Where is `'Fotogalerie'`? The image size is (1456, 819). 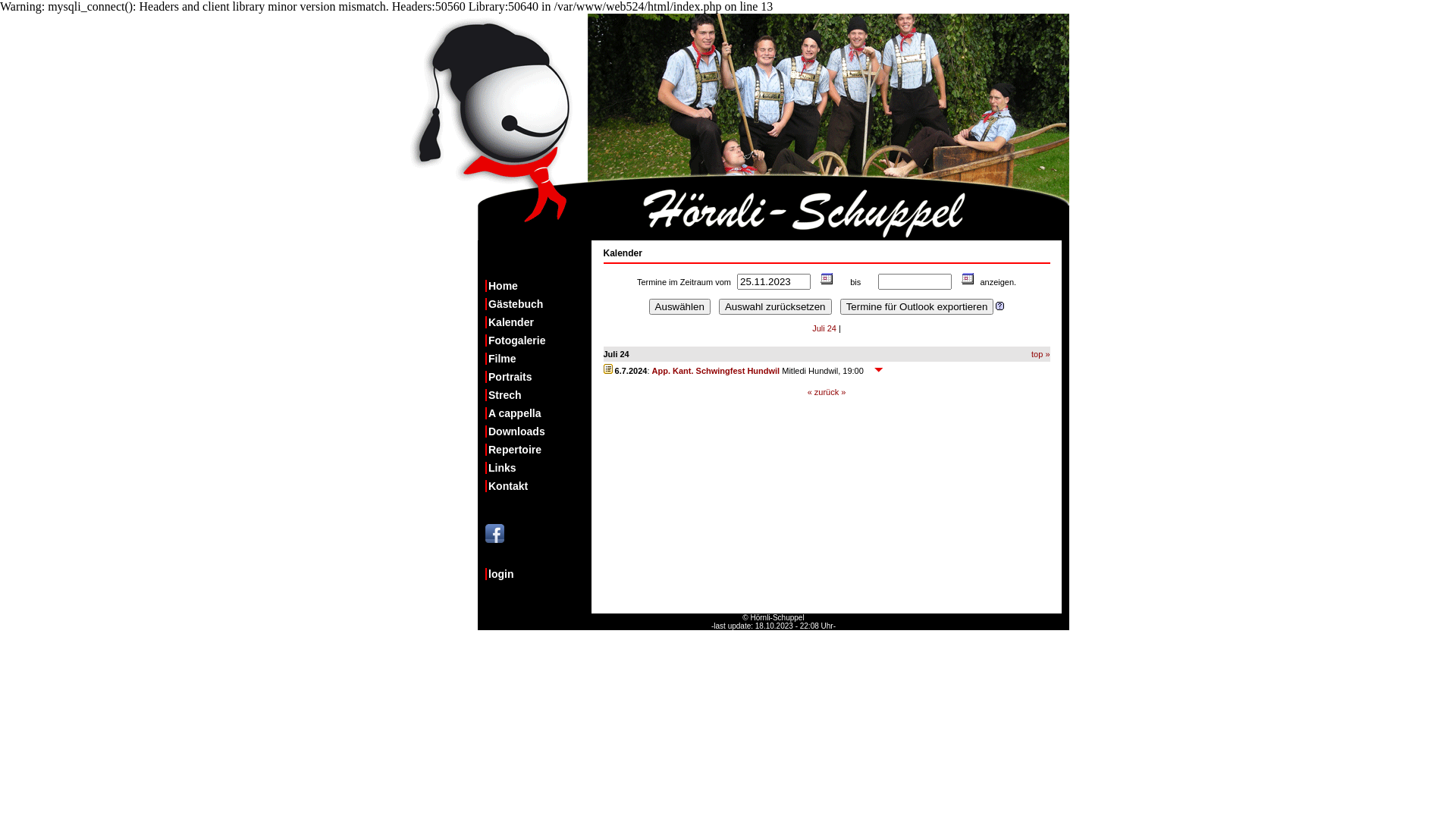 'Fotogalerie' is located at coordinates (538, 339).